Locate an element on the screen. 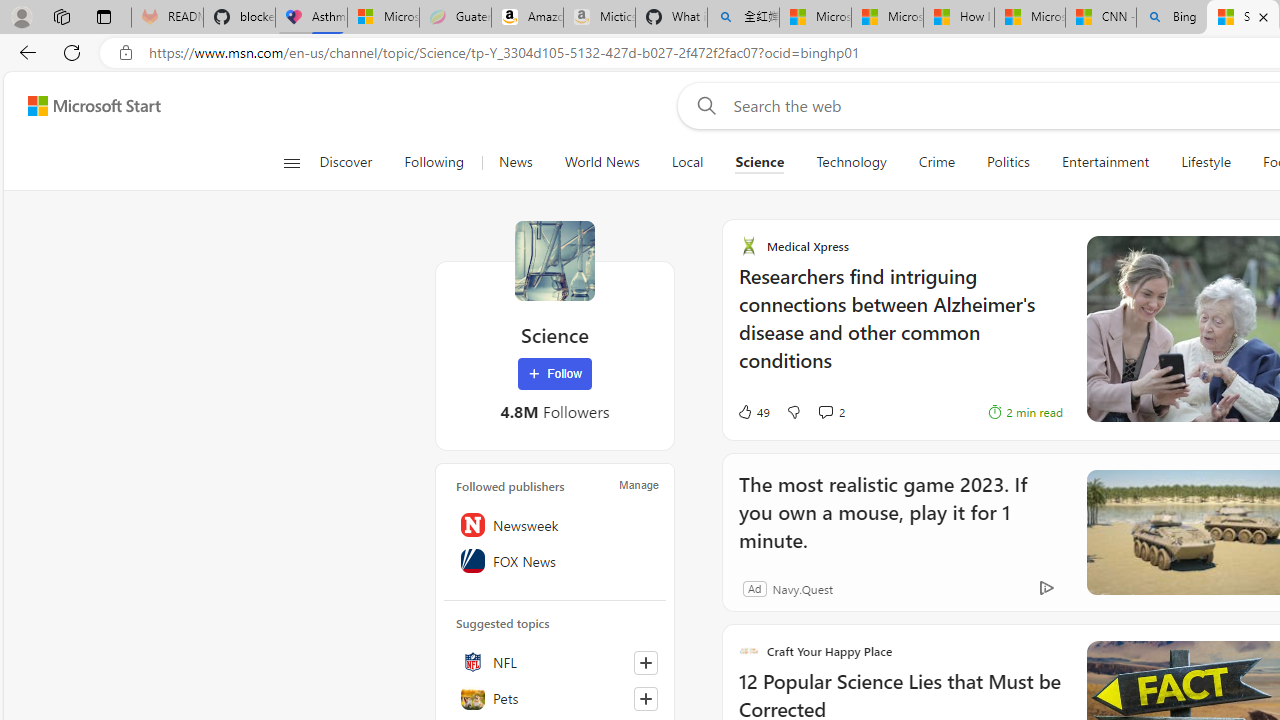 The image size is (1280, 720). 'Dislike' is located at coordinates (792, 411).